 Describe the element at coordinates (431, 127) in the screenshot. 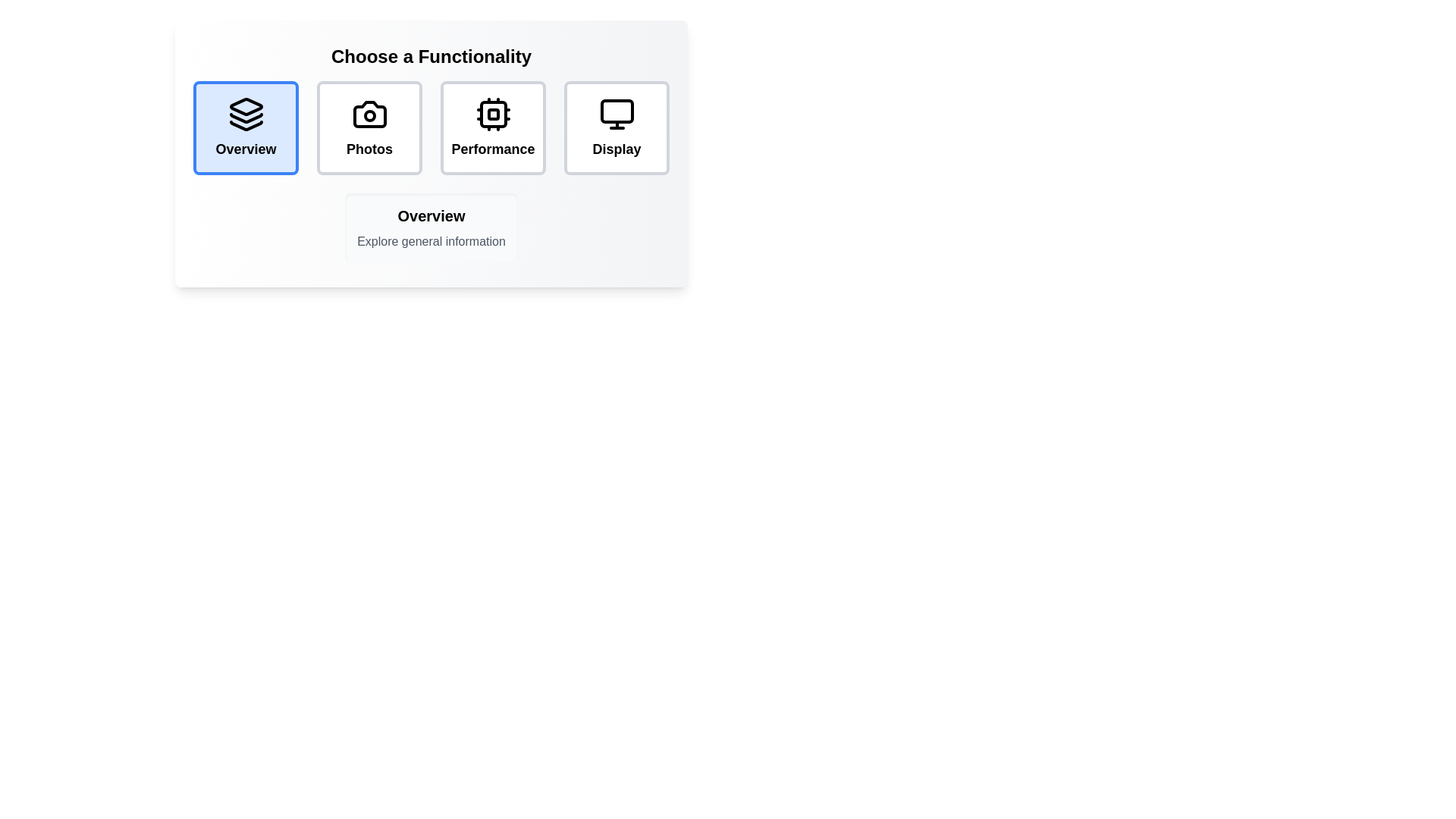

I see `the 'Performance' button` at that location.